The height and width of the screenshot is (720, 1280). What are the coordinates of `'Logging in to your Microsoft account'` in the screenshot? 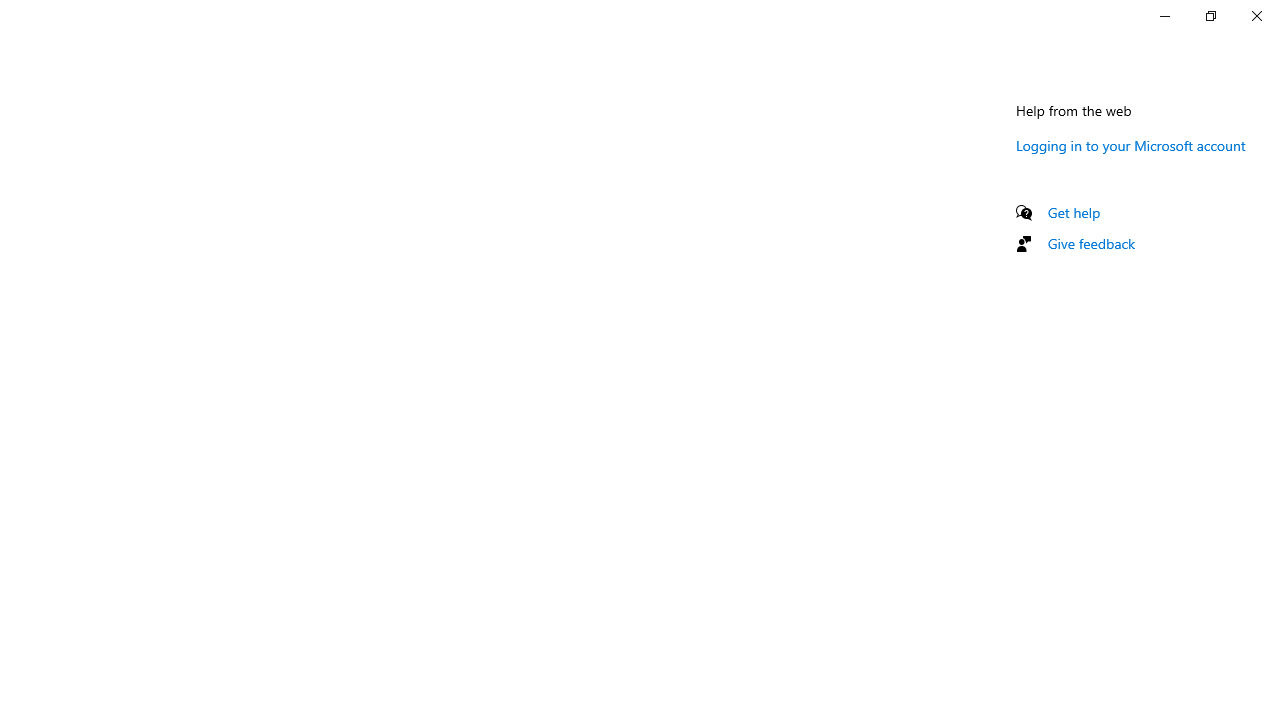 It's located at (1130, 144).